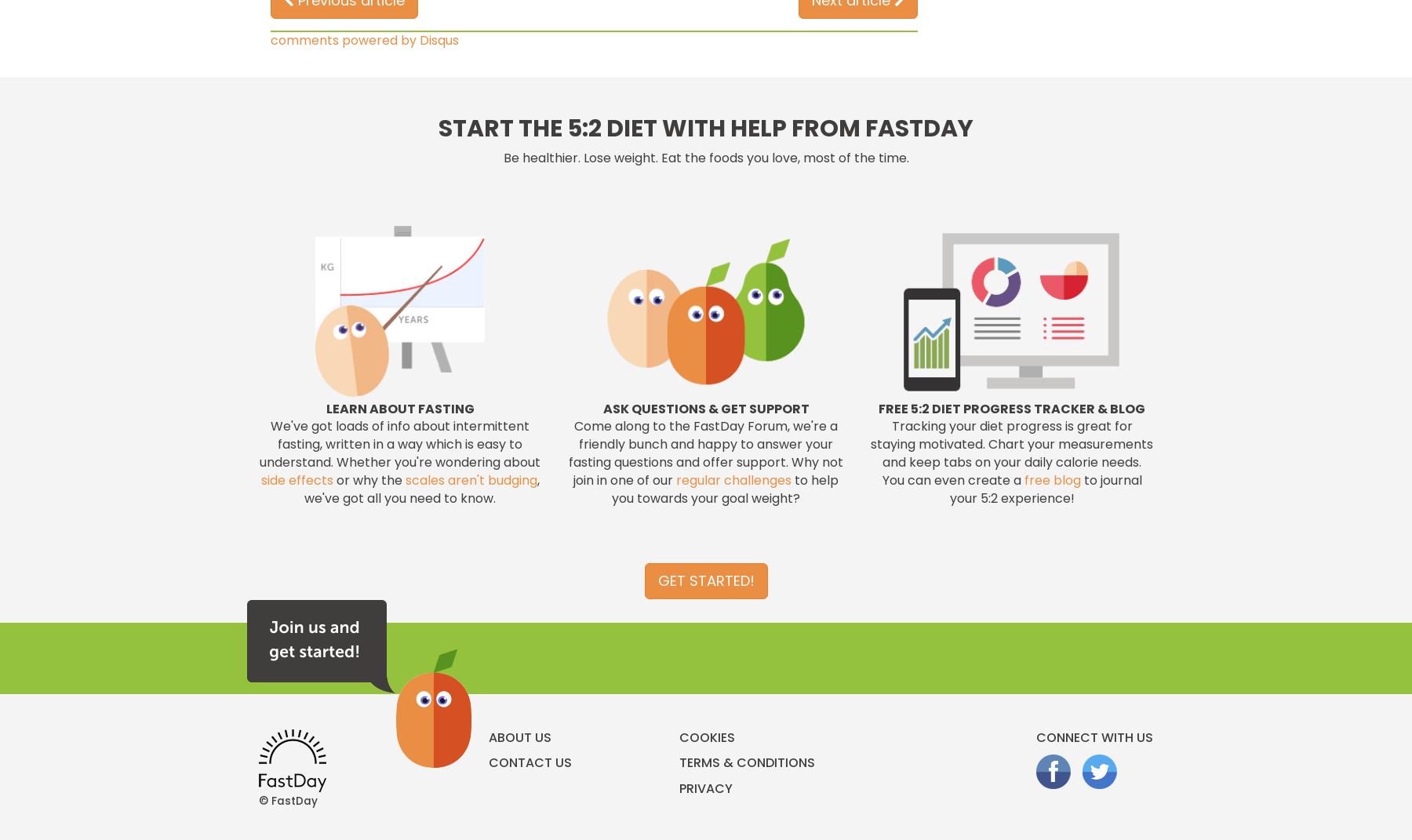 The height and width of the screenshot is (840, 1412). Describe the element at coordinates (271, 38) in the screenshot. I see `'comments powered by'` at that location.